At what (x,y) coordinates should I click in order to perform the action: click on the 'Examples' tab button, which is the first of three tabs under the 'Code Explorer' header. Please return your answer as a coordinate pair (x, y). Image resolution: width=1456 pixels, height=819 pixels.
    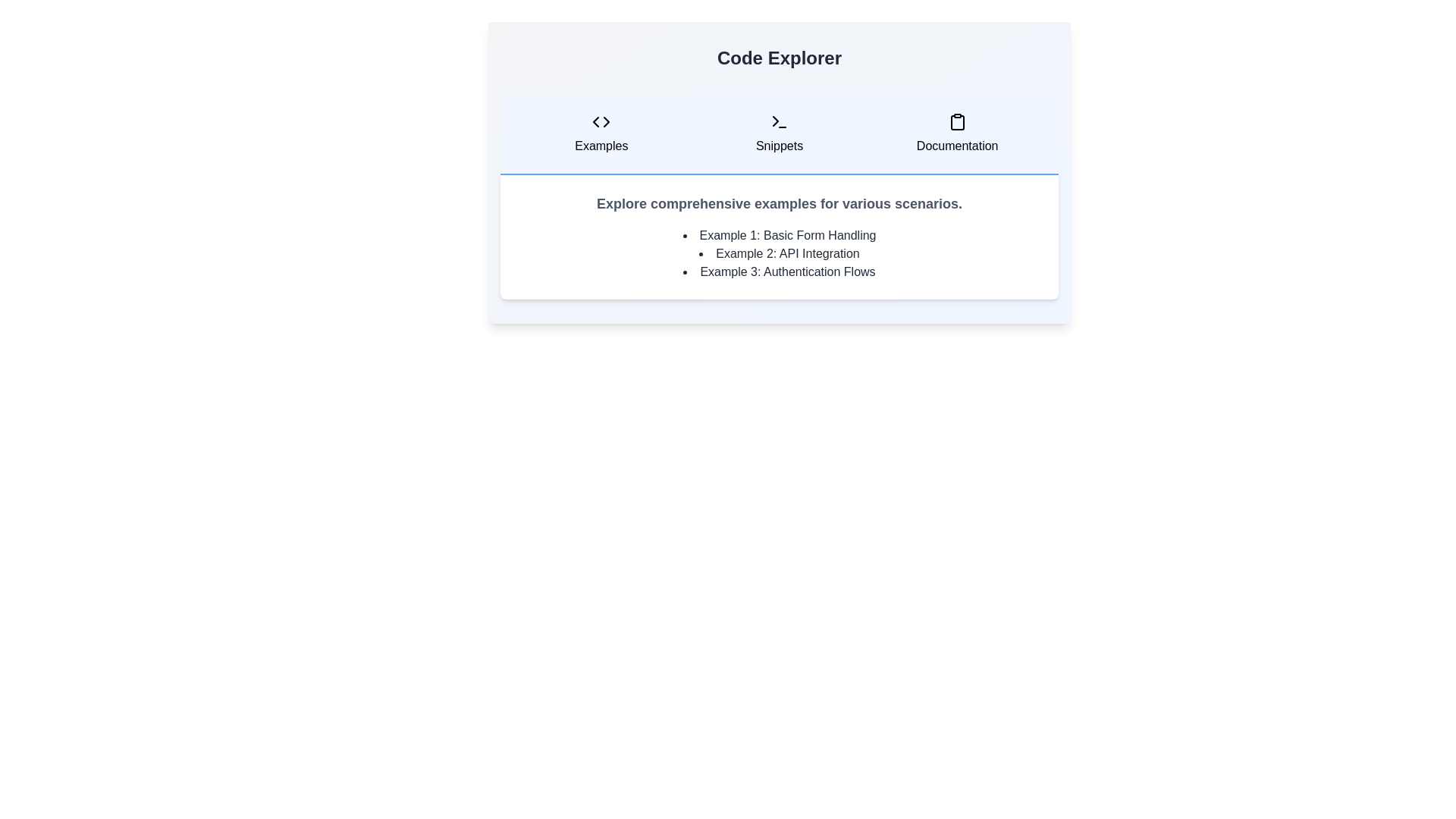
    Looking at the image, I should click on (601, 133).